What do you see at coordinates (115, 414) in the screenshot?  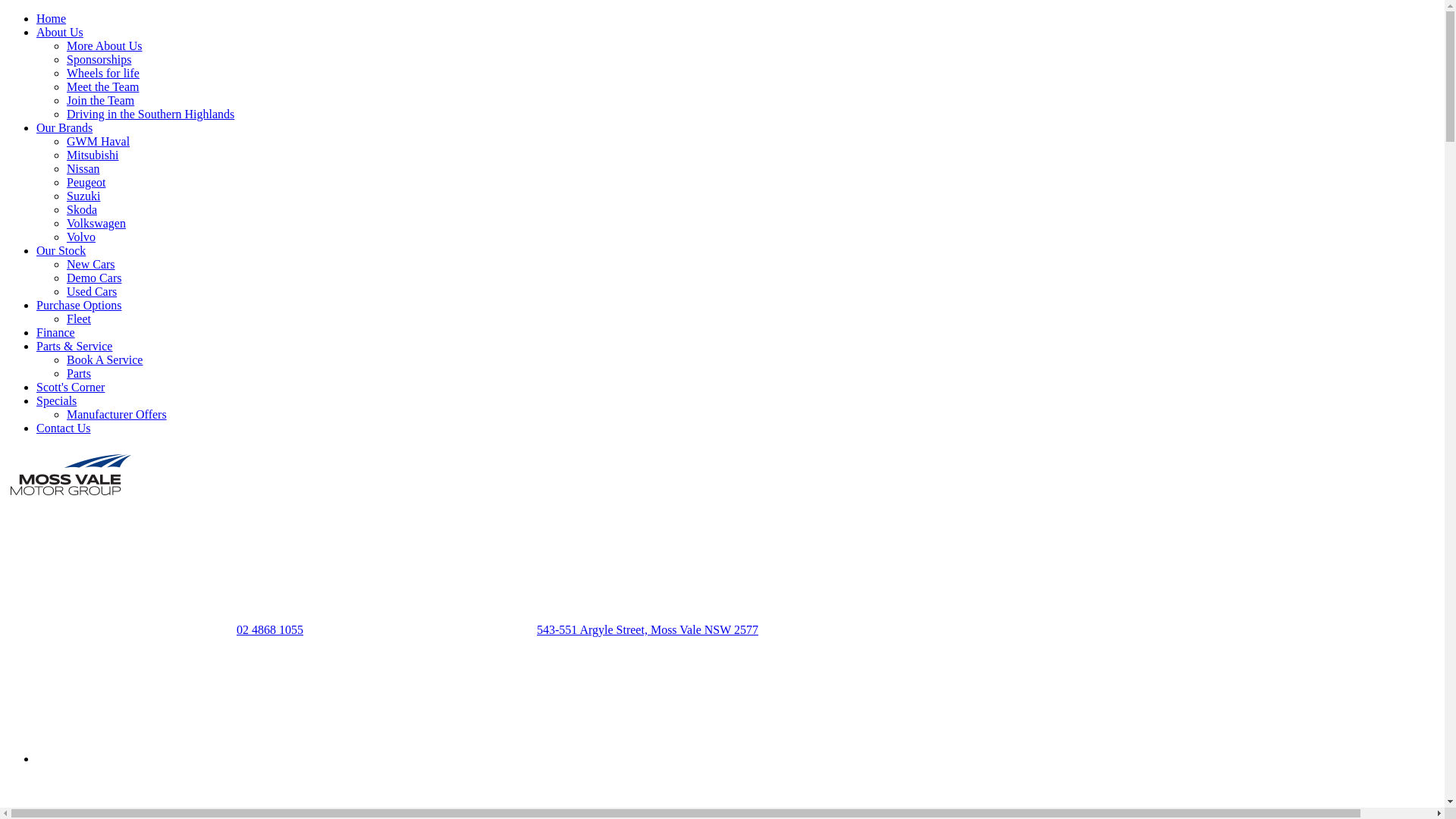 I see `'Manufacturer Offers'` at bounding box center [115, 414].